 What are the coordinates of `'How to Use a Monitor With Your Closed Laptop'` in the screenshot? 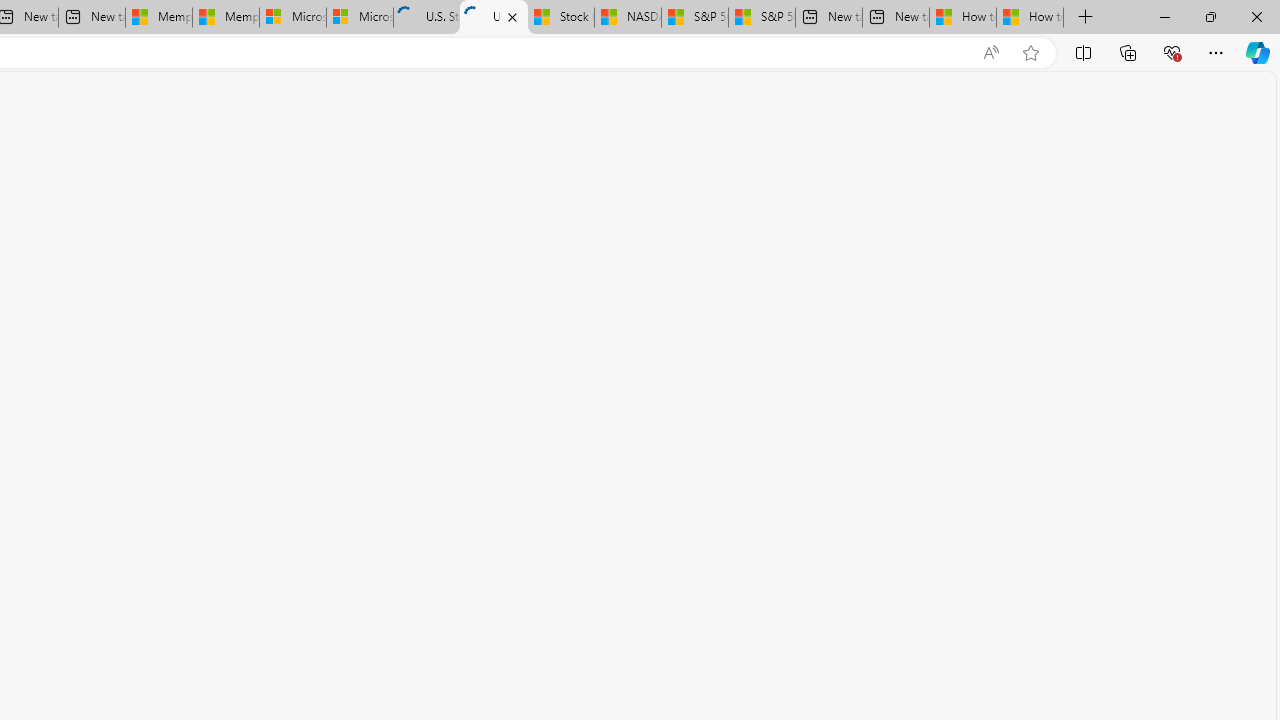 It's located at (1030, 17).